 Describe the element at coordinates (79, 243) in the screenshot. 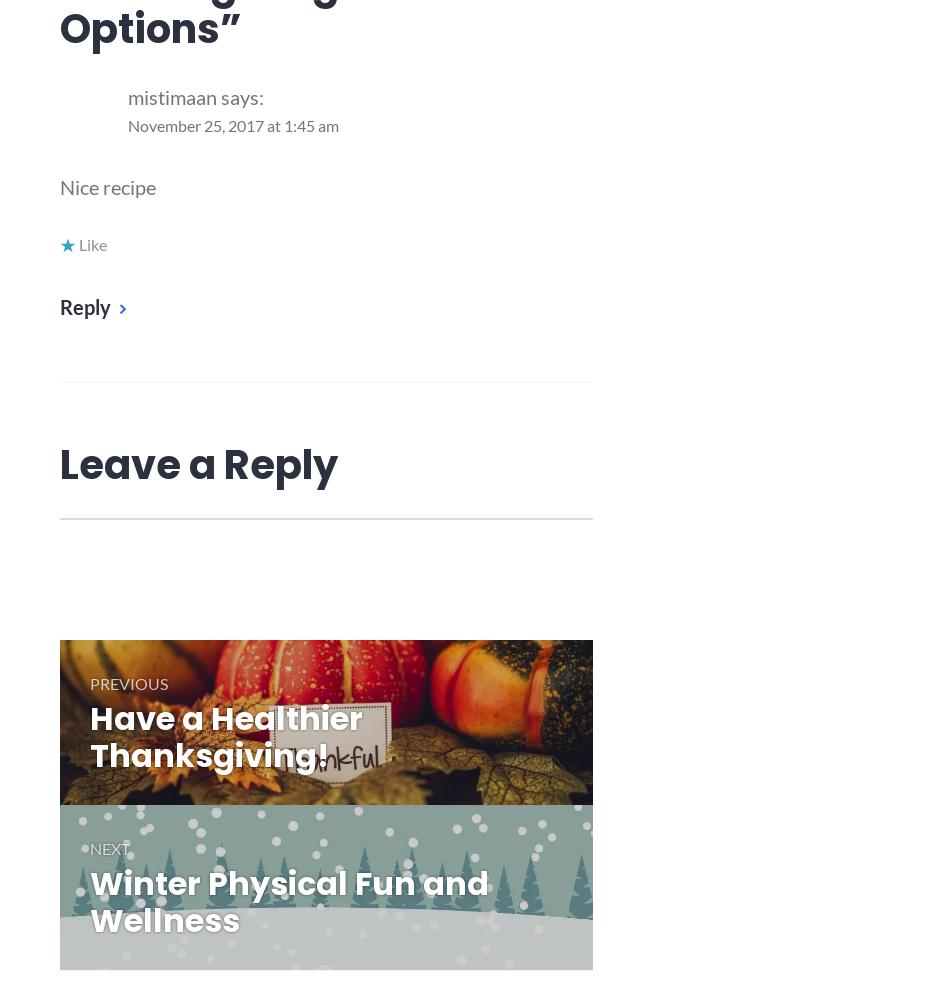

I see `'Like'` at that location.